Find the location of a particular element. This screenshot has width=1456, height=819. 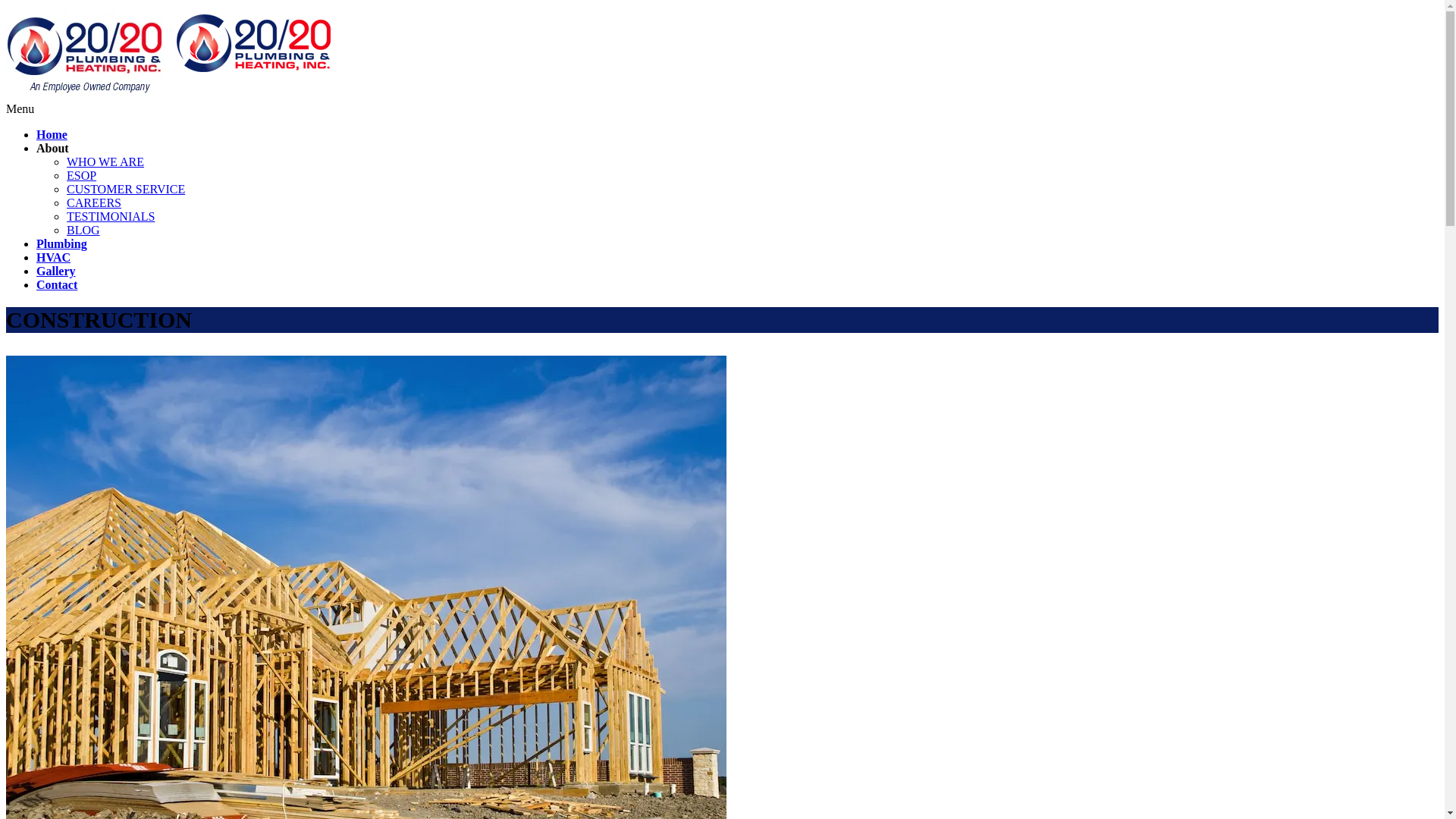

'WHO WE ARE' is located at coordinates (105, 162).